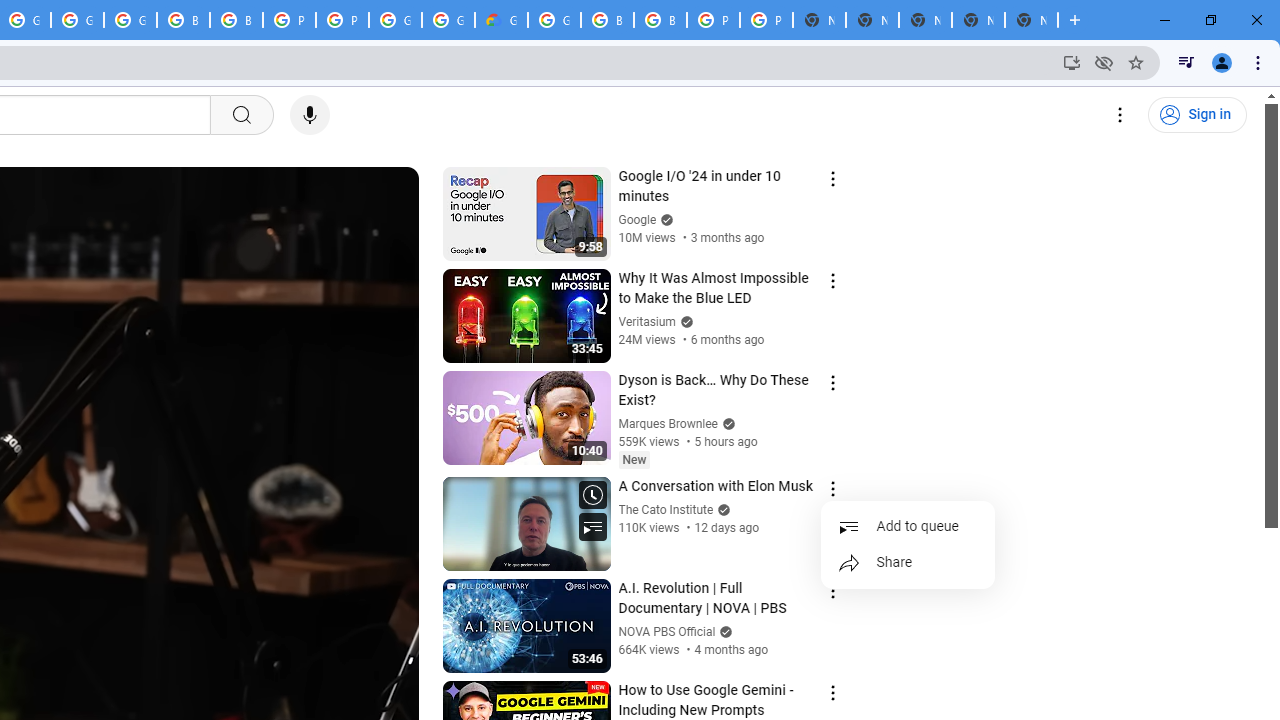 The height and width of the screenshot is (720, 1280). I want to click on 'Add to queue', so click(907, 526).